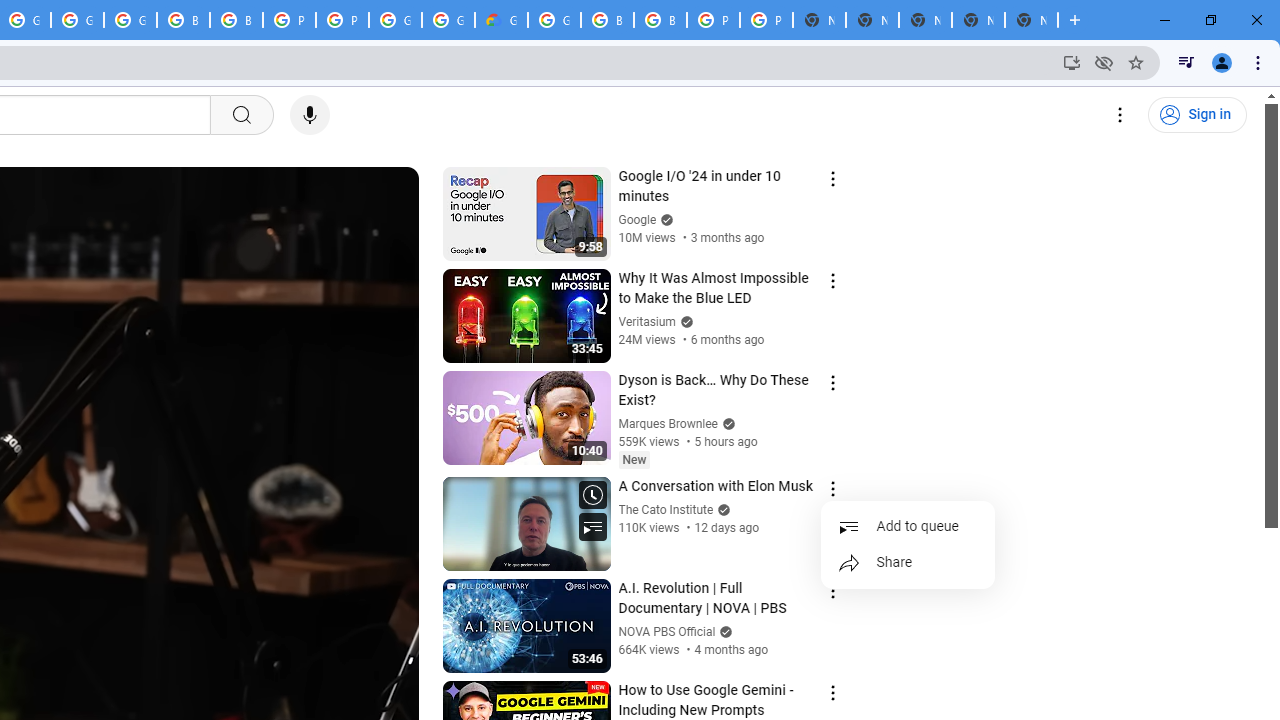 The height and width of the screenshot is (720, 1280). I want to click on 'Add to queue', so click(907, 526).